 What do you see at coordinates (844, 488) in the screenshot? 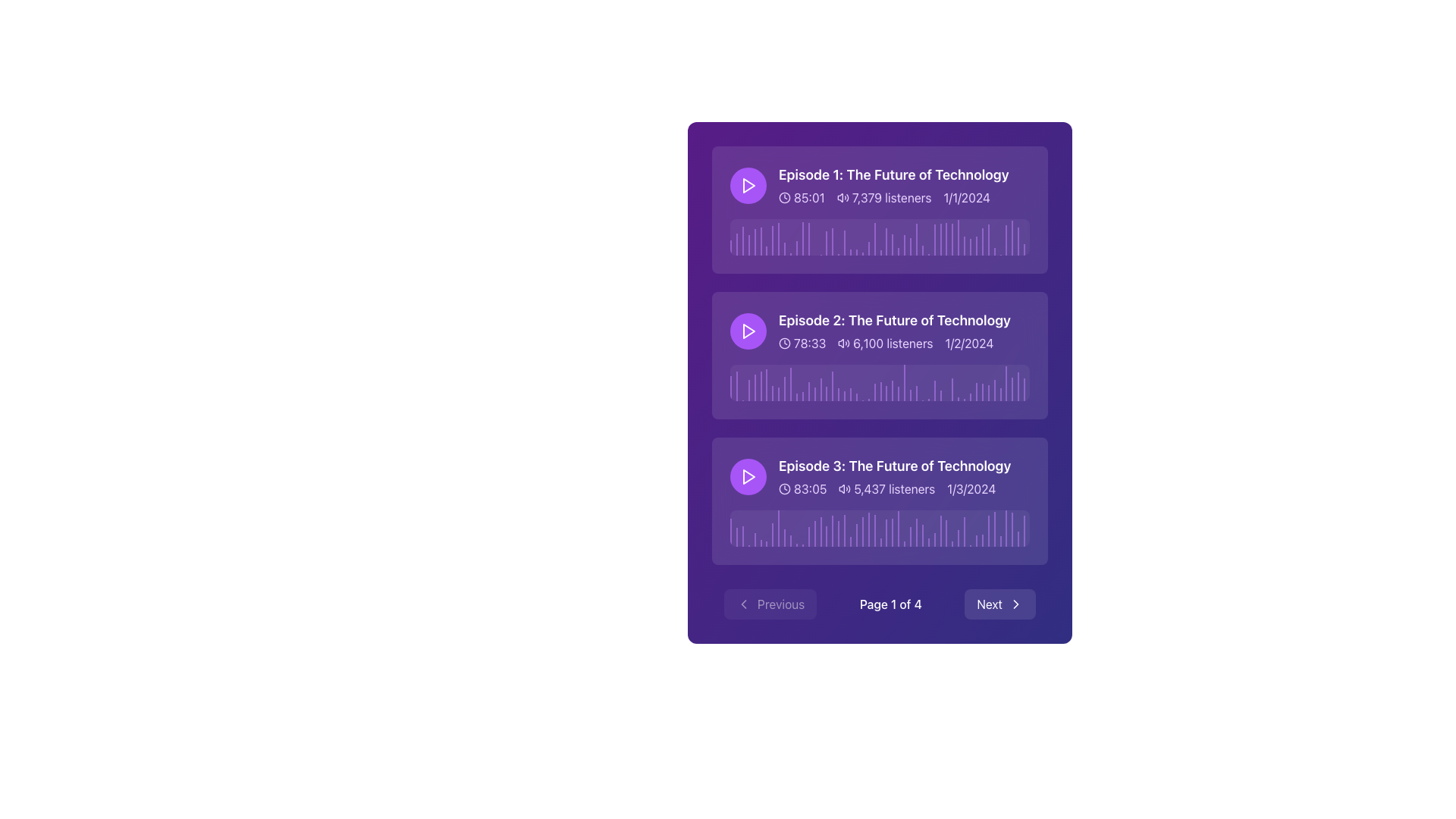
I see `the volume icon located immediately to the left of the text '5,437 listeners' in the third content block under the title 'Episode 3: The Future of Technology'` at bounding box center [844, 488].